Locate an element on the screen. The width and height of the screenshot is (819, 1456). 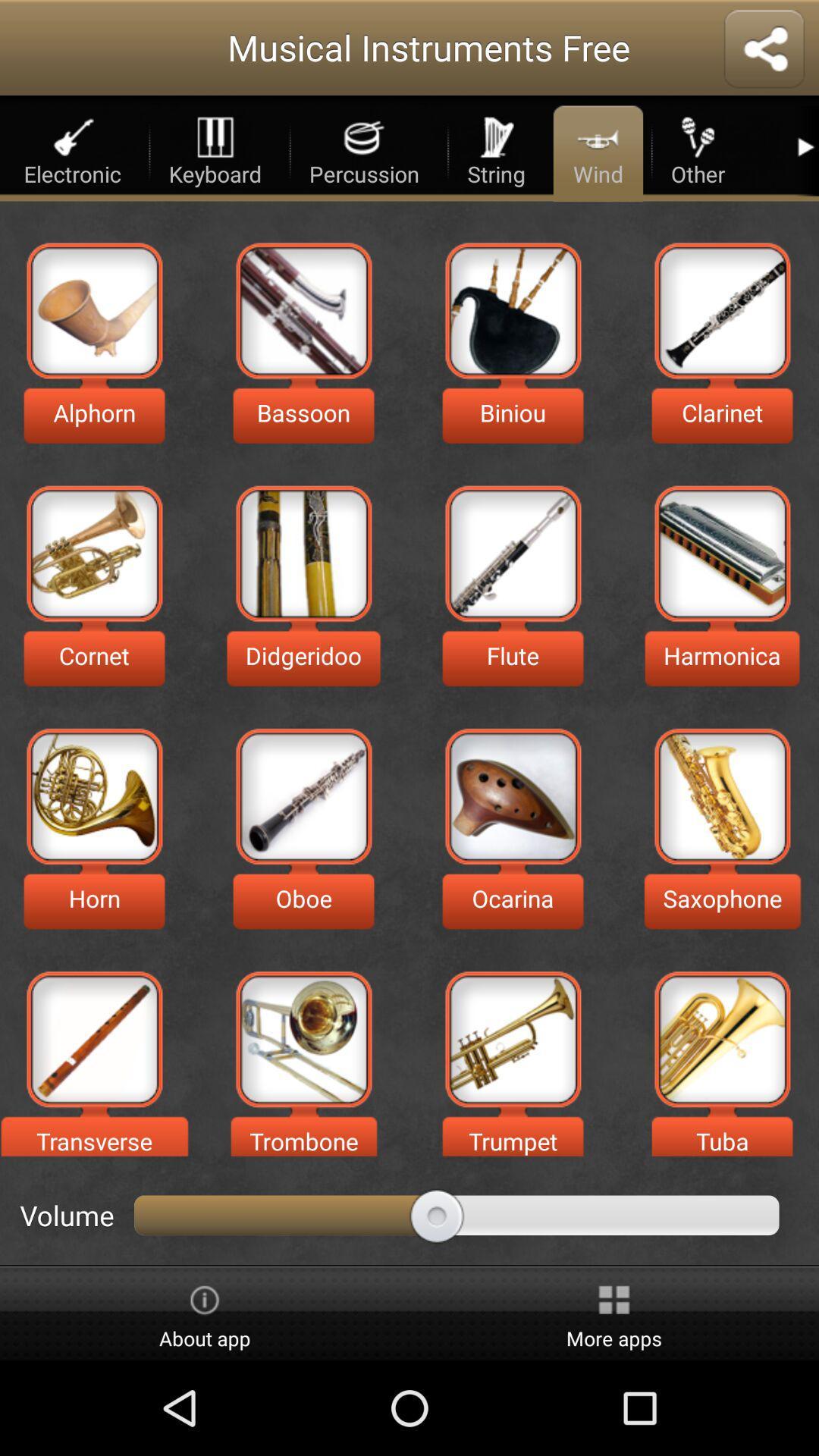
trombone is located at coordinates (303, 1038).